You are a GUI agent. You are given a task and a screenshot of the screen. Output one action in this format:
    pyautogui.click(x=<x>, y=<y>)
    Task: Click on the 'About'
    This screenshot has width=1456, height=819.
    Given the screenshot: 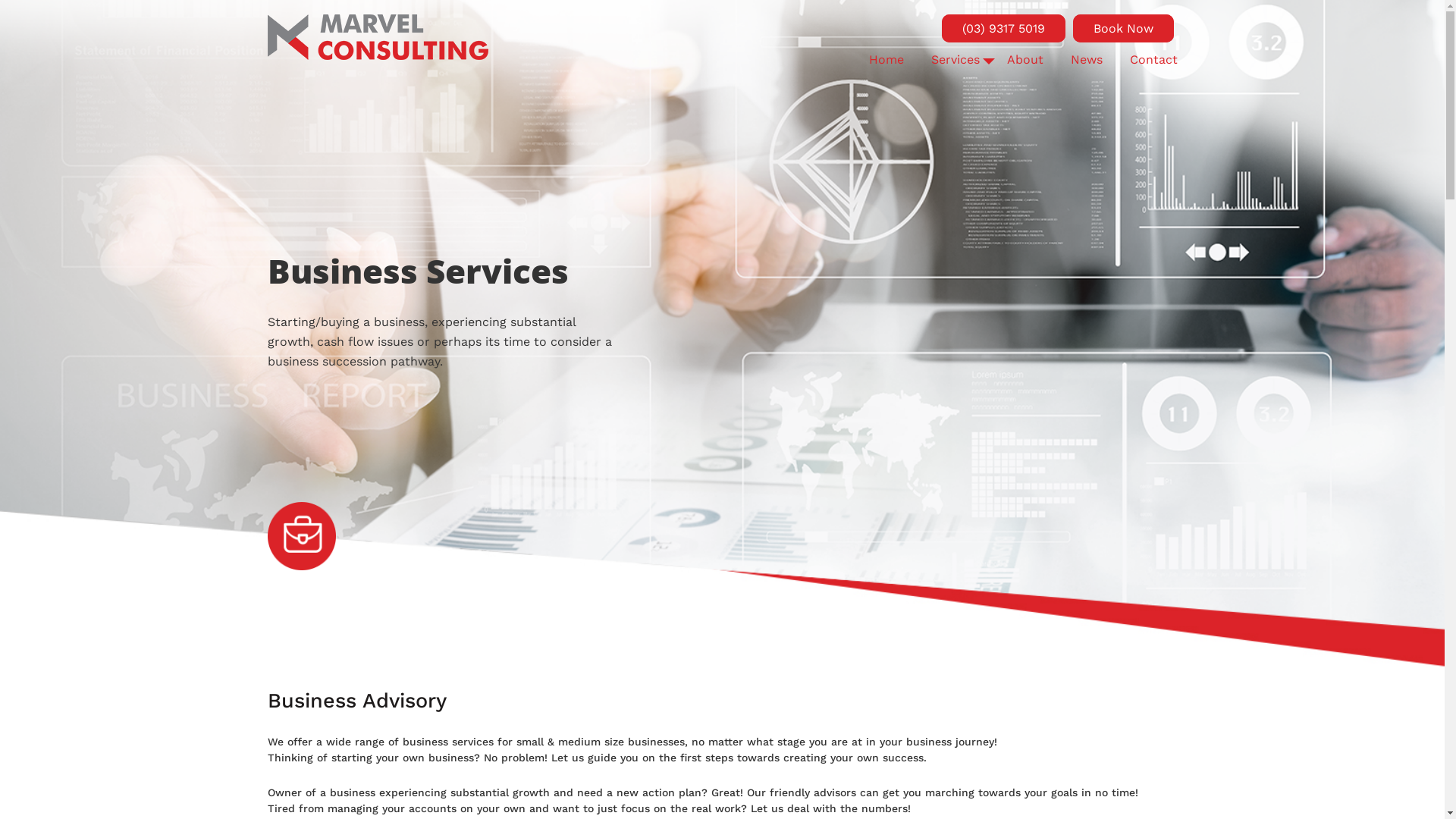 What is the action you would take?
    pyautogui.click(x=1007, y=58)
    